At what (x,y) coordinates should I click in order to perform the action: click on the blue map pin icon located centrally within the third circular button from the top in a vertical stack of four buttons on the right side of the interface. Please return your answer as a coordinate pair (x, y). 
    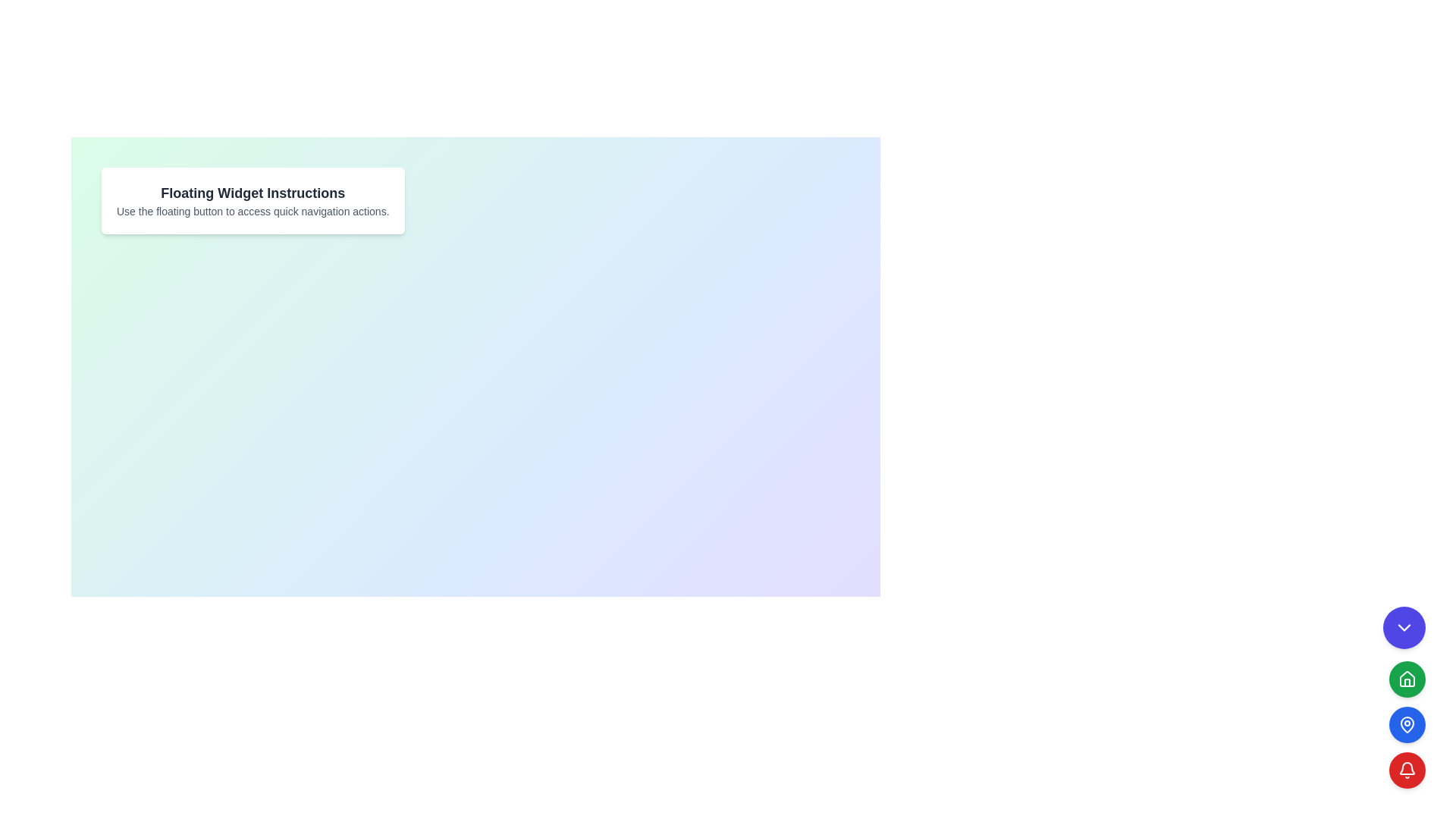
    Looking at the image, I should click on (1407, 723).